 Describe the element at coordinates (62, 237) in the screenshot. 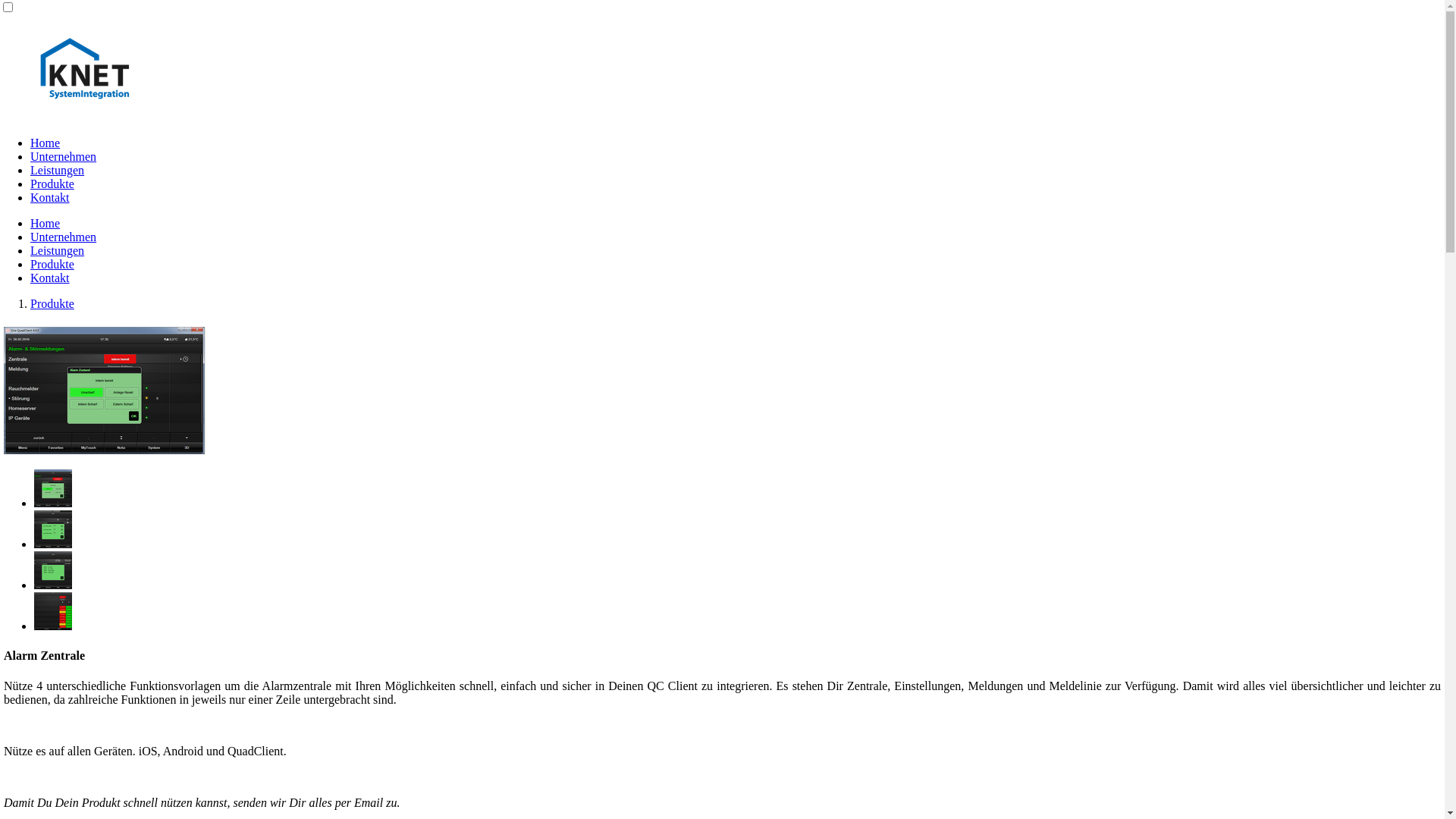

I see `'Unternehmen'` at that location.